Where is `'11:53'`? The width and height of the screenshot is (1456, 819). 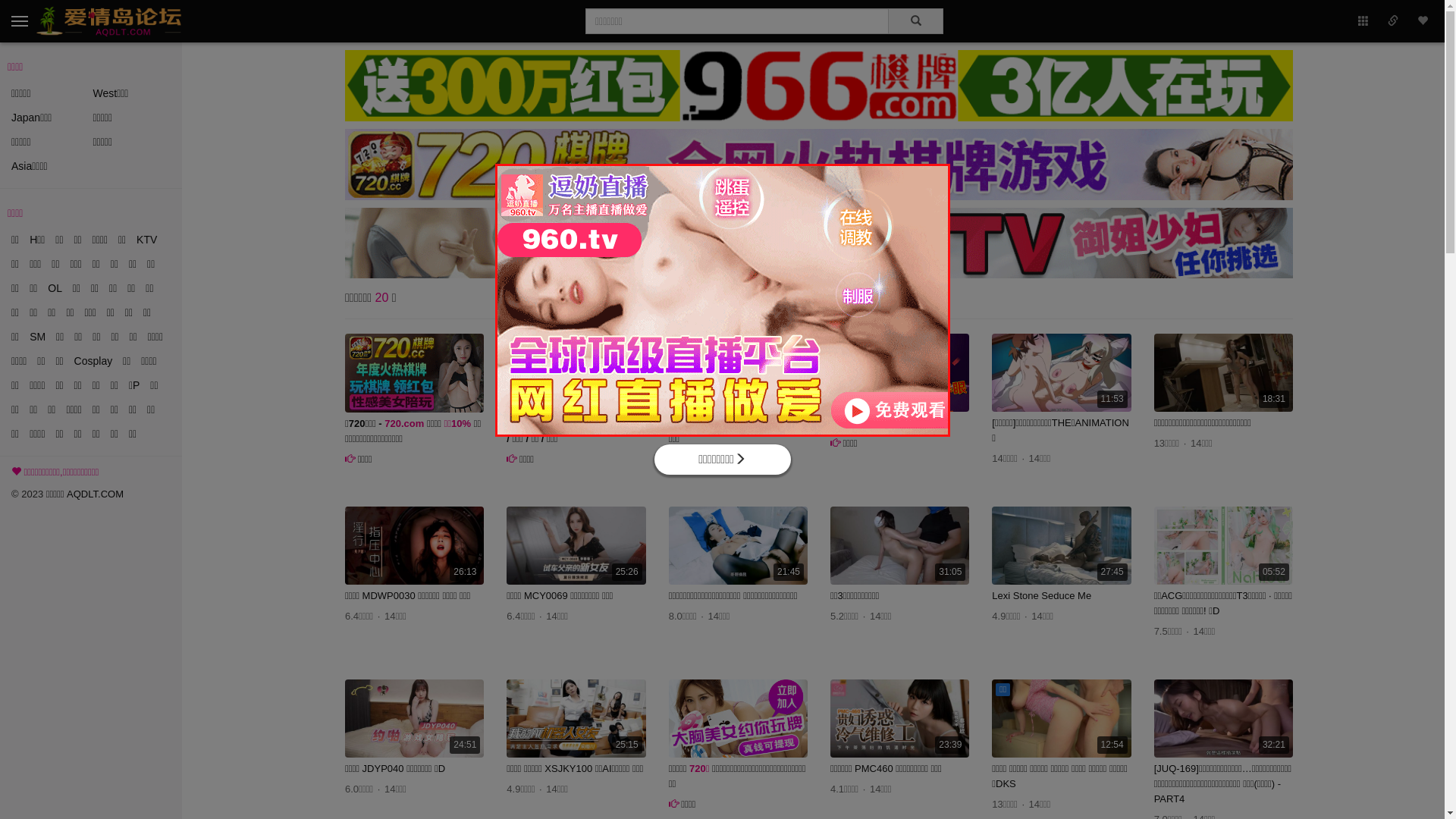 '11:53' is located at coordinates (1060, 372).